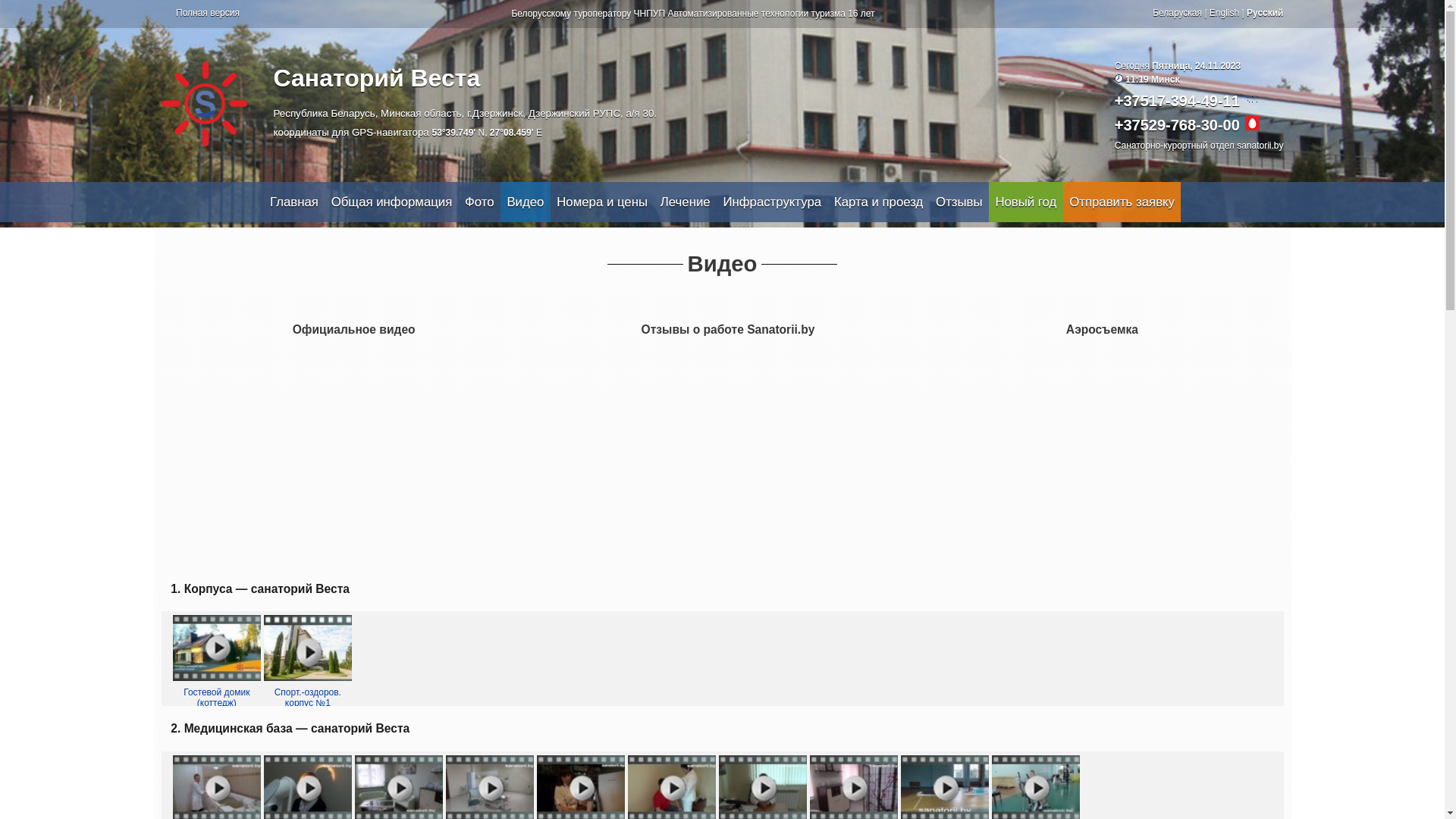  Describe the element at coordinates (1176, 124) in the screenshot. I see `'+37529-768-30-00'` at that location.